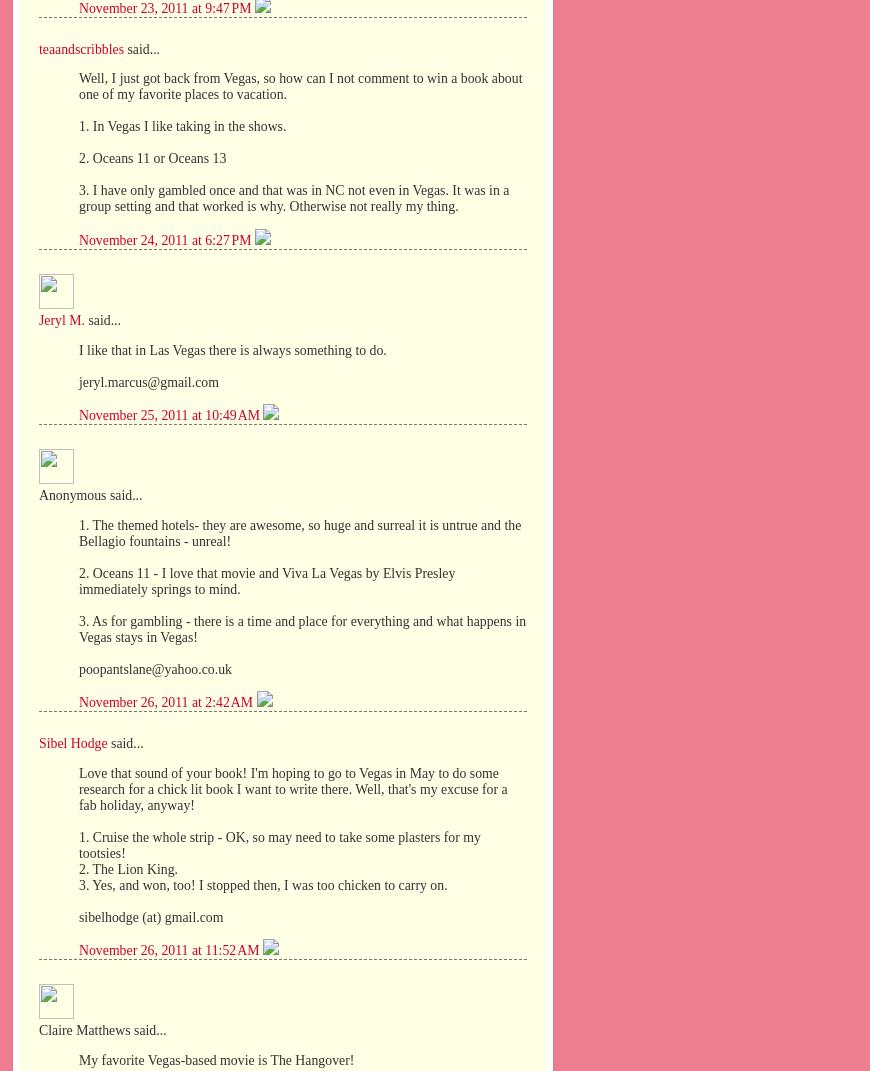 This screenshot has height=1071, width=870. What do you see at coordinates (71, 742) in the screenshot?
I see `'Sibel Hodge'` at bounding box center [71, 742].